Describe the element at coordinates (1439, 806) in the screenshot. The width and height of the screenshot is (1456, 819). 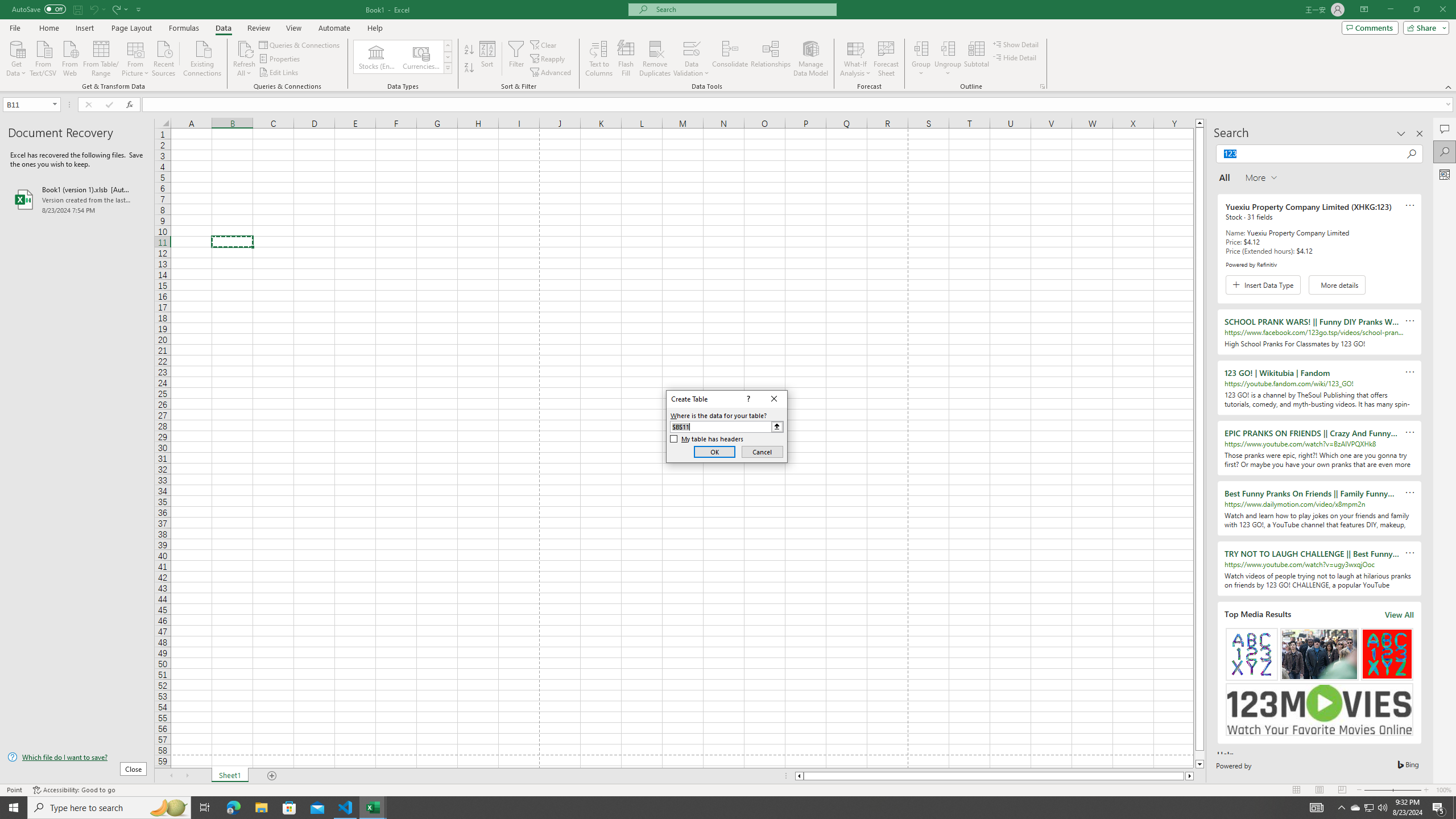
I see `'Action Center, 5 new notifications'` at that location.